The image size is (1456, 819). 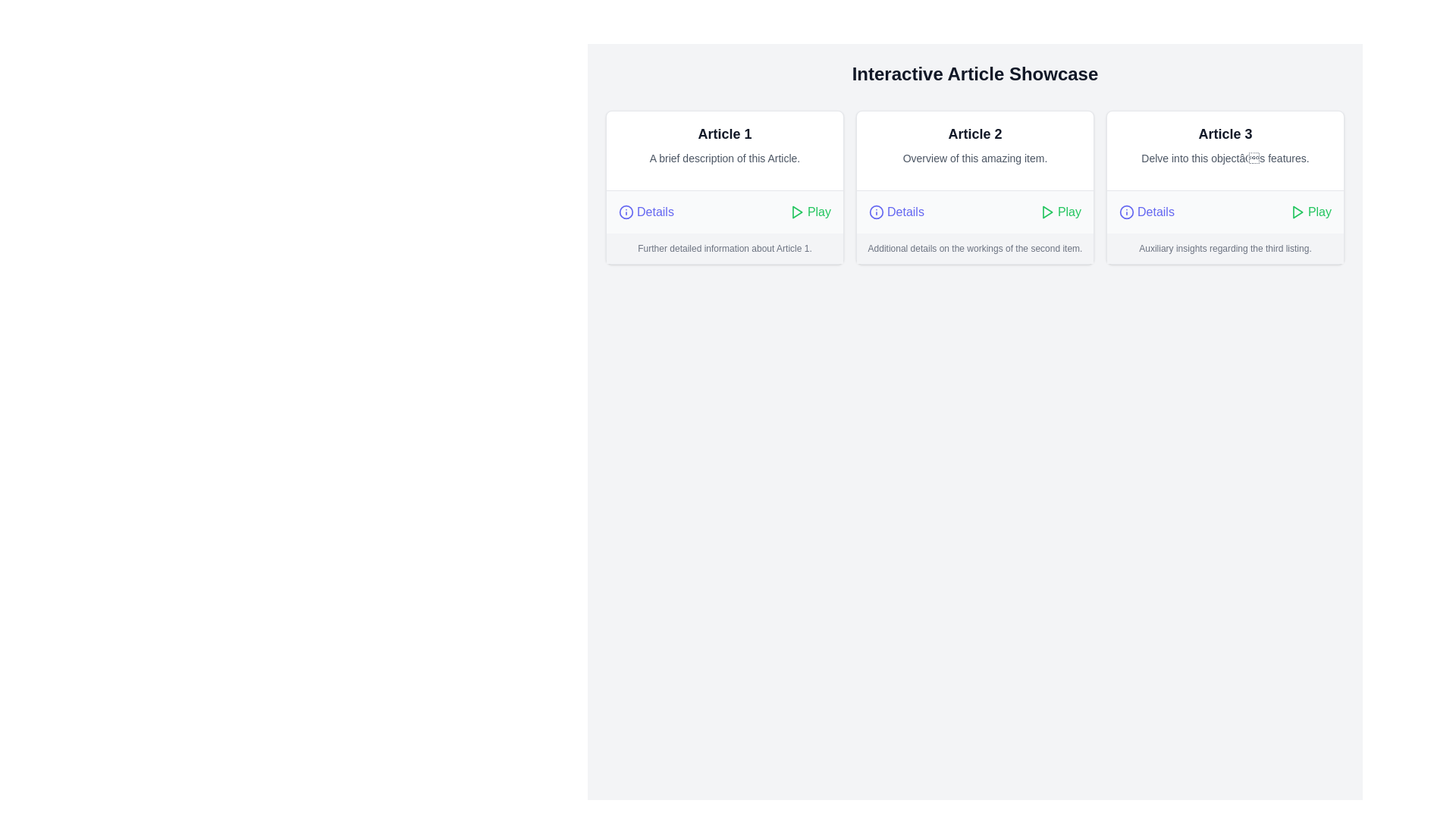 I want to click on the 'Details' text hyperlink located within the 'Article 1' card, so click(x=655, y=212).